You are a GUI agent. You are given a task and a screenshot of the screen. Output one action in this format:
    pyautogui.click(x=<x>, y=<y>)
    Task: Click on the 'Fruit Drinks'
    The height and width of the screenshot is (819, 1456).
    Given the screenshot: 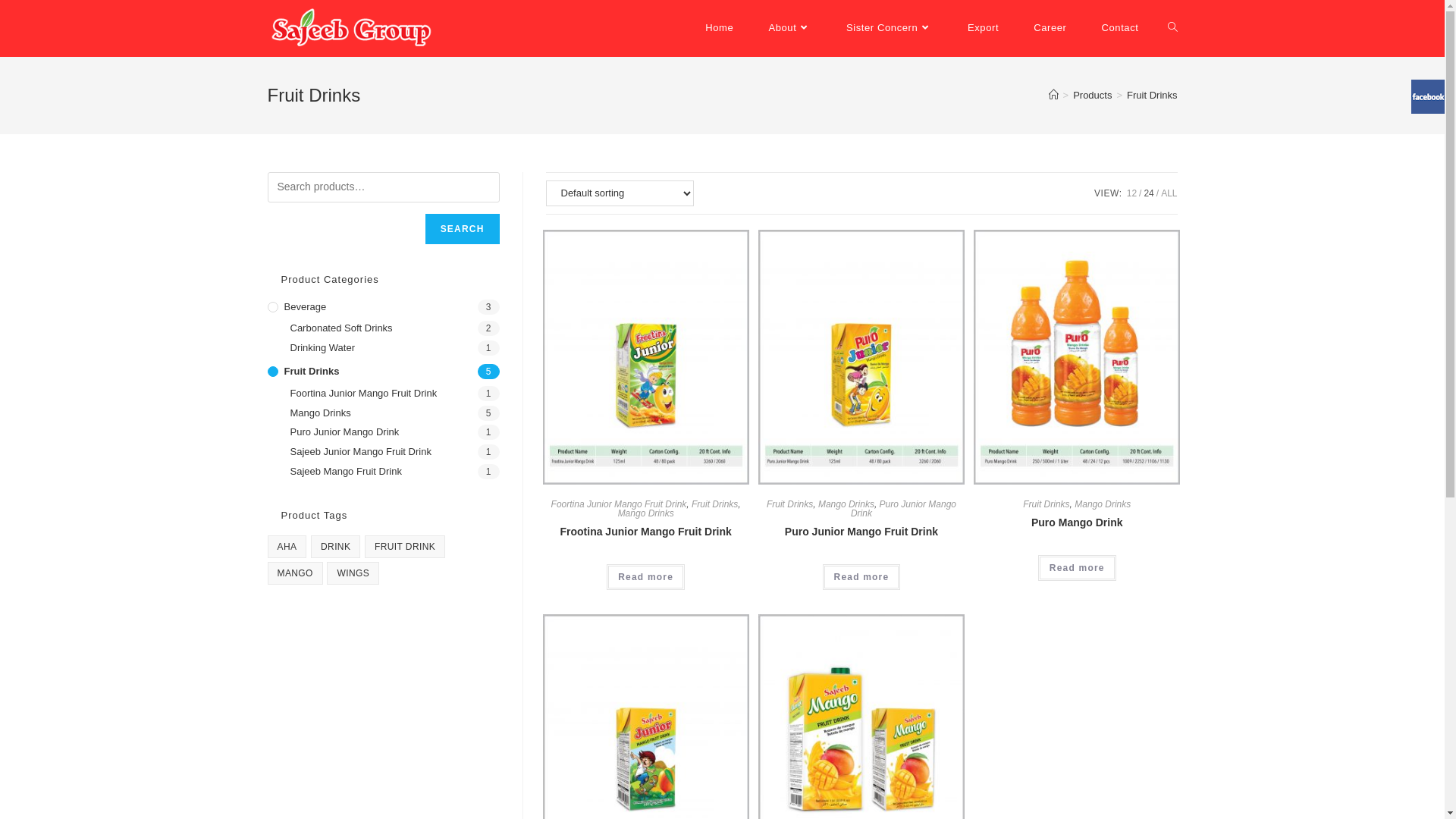 What is the action you would take?
    pyautogui.click(x=1151, y=95)
    